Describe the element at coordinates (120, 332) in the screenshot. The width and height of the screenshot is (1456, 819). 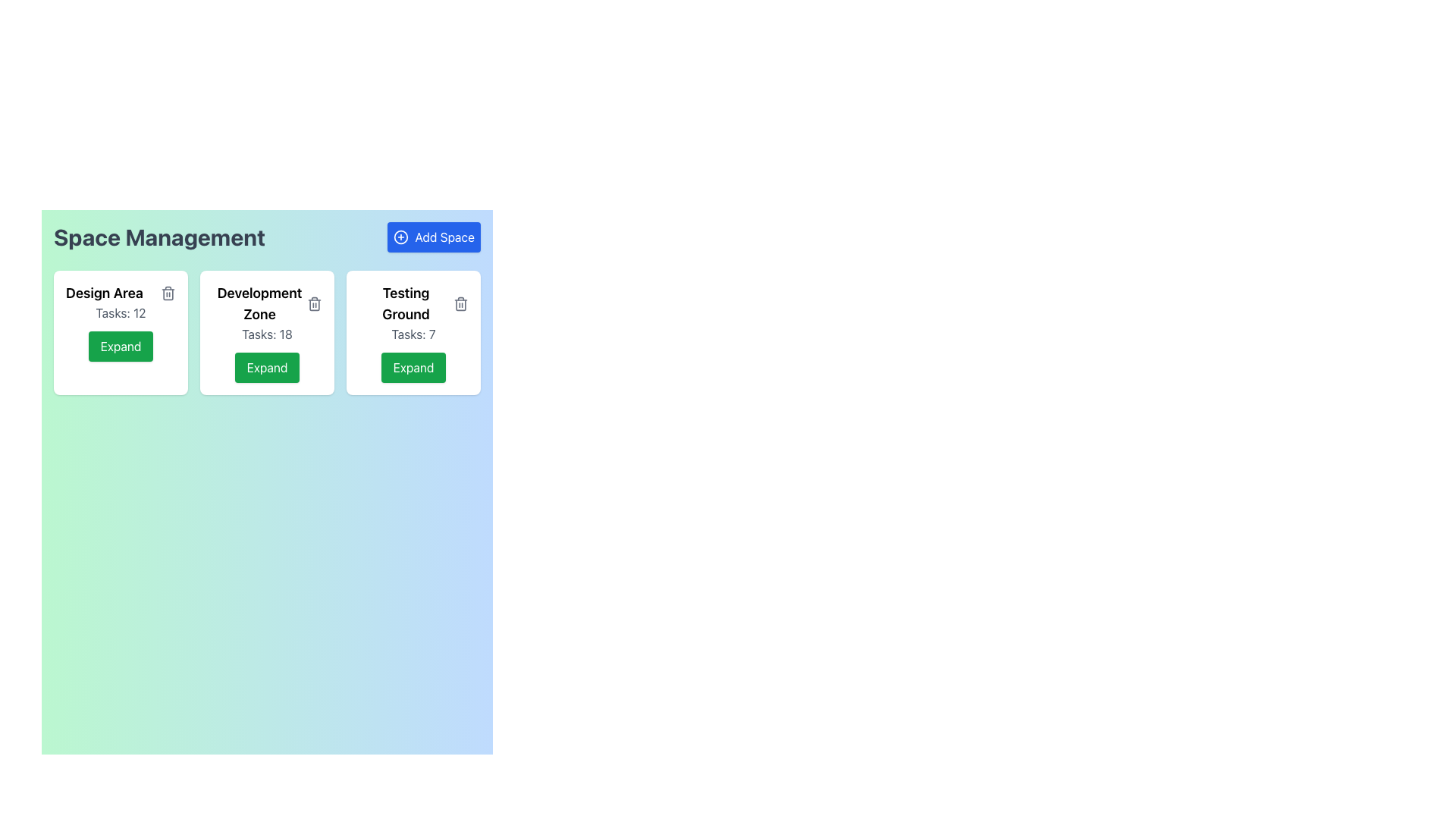
I see `the 'Expand' button located at the bottom of the 'Design Area' card` at that location.